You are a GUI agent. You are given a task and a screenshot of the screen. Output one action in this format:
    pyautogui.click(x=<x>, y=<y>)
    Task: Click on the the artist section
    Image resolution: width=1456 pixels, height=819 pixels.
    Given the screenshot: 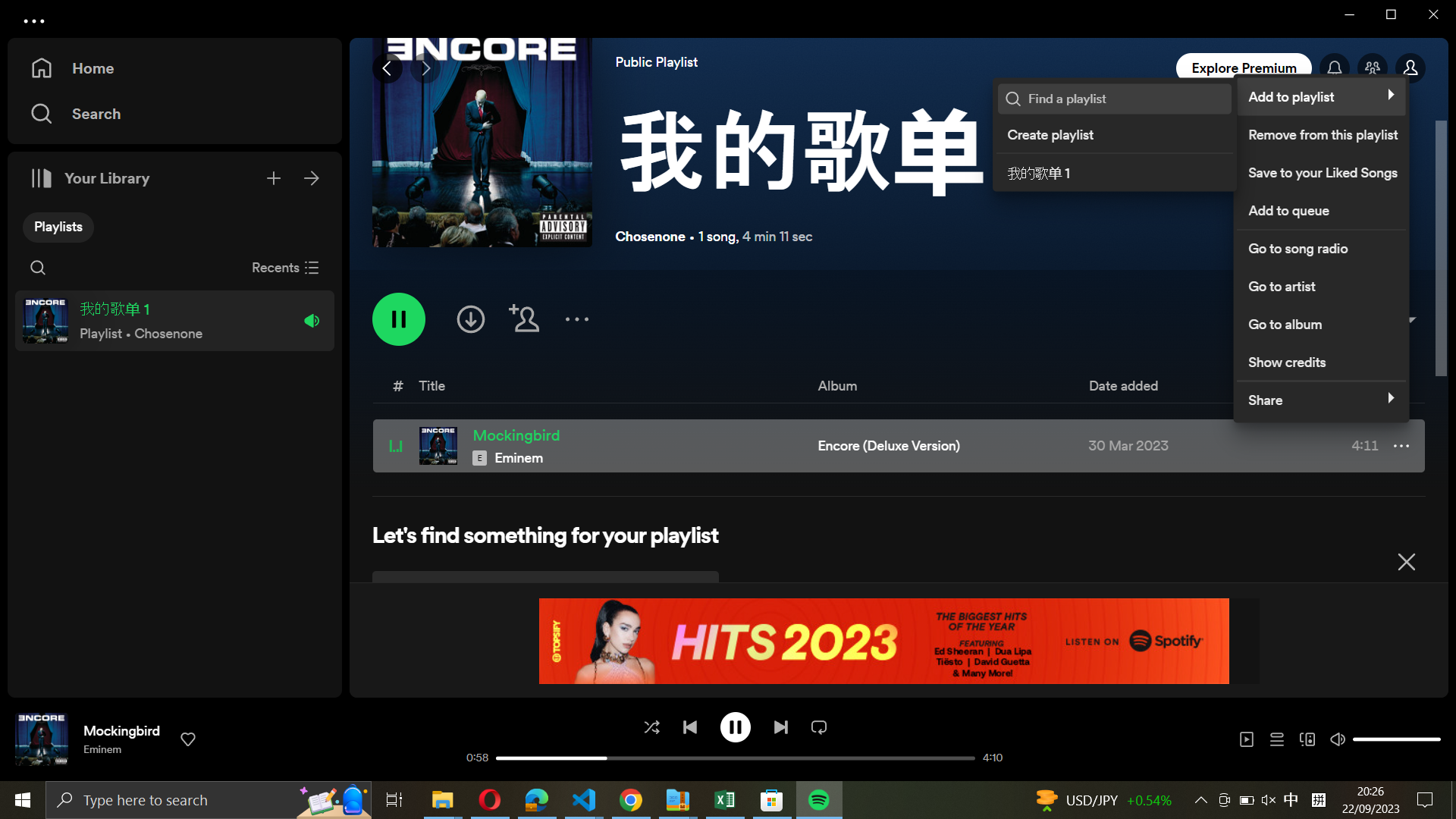 What is the action you would take?
    pyautogui.click(x=1319, y=284)
    